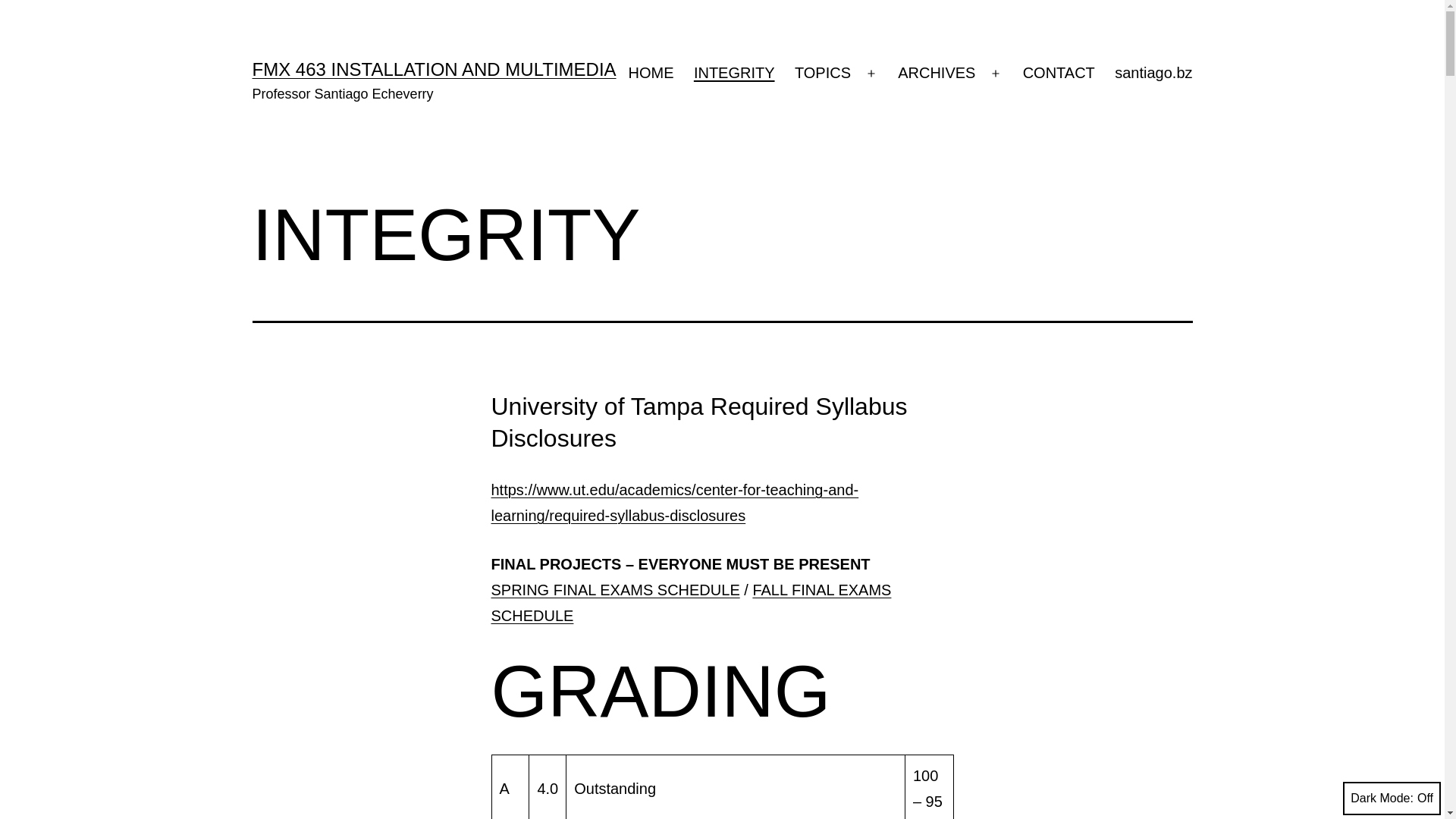 This screenshot has height=819, width=1456. Describe the element at coordinates (734, 73) in the screenshot. I see `'INTEGRITY'` at that location.